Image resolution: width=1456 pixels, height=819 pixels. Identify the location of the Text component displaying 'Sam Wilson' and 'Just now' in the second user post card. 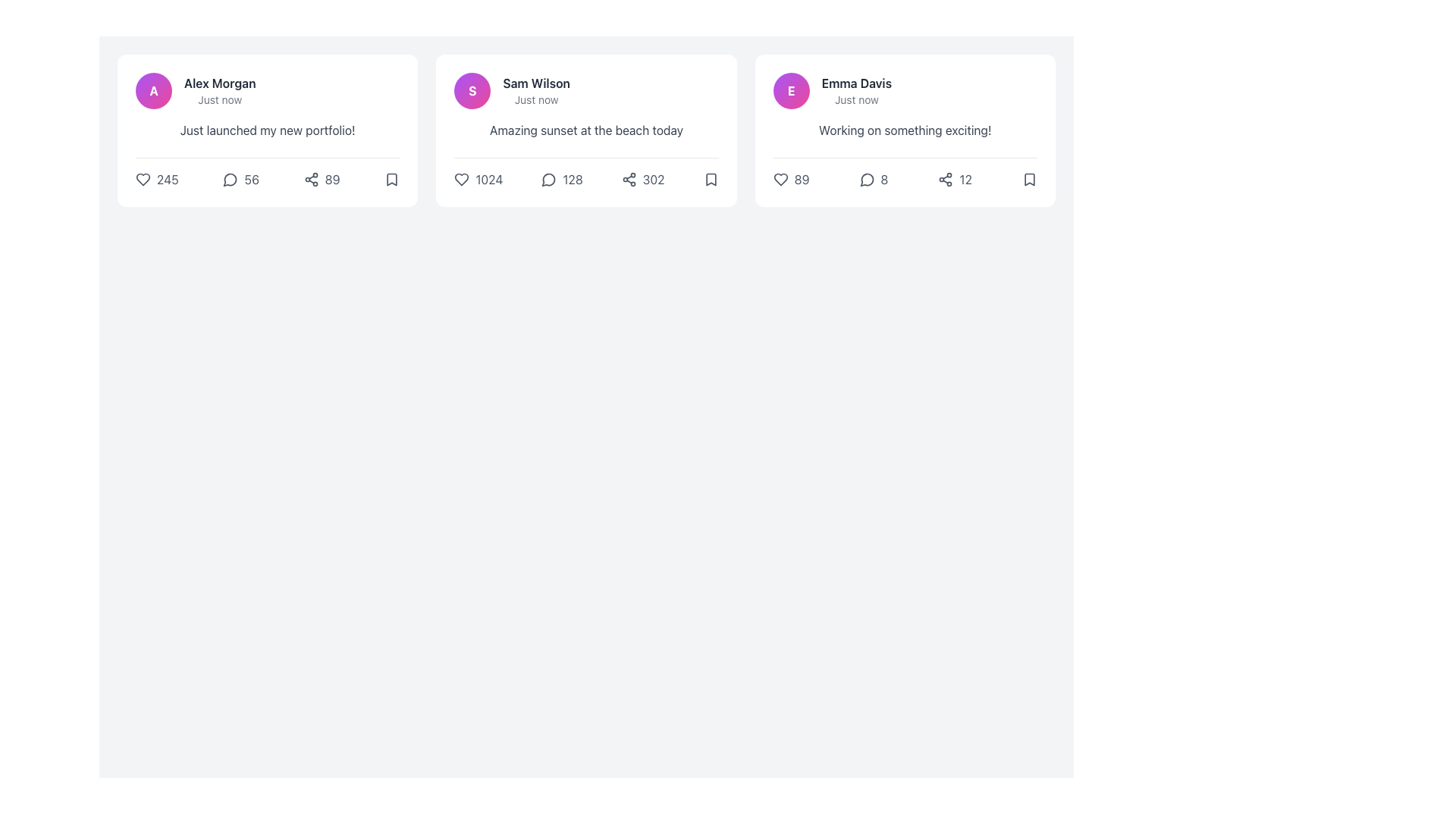
(536, 90).